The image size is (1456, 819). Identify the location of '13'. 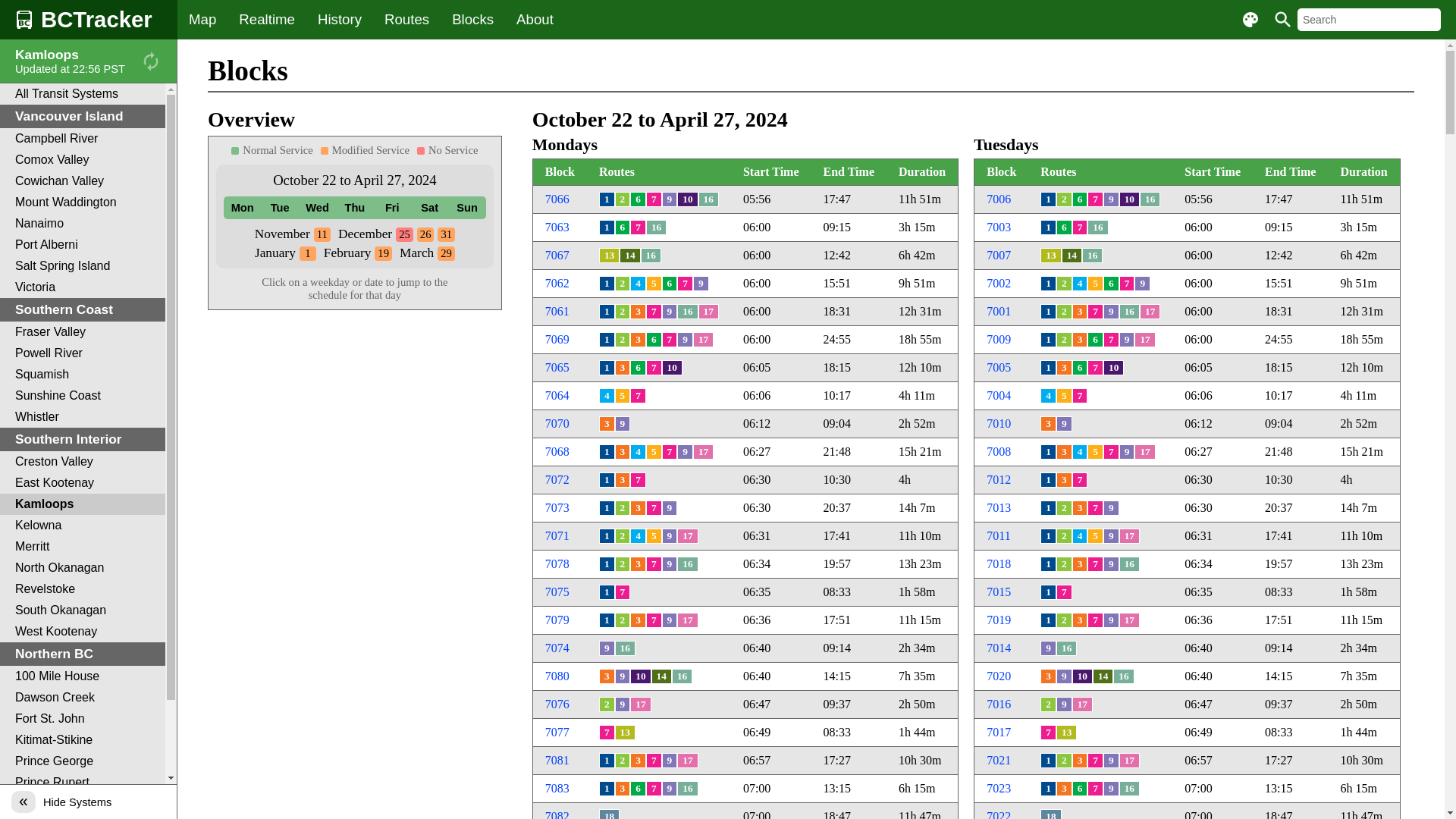
(609, 254).